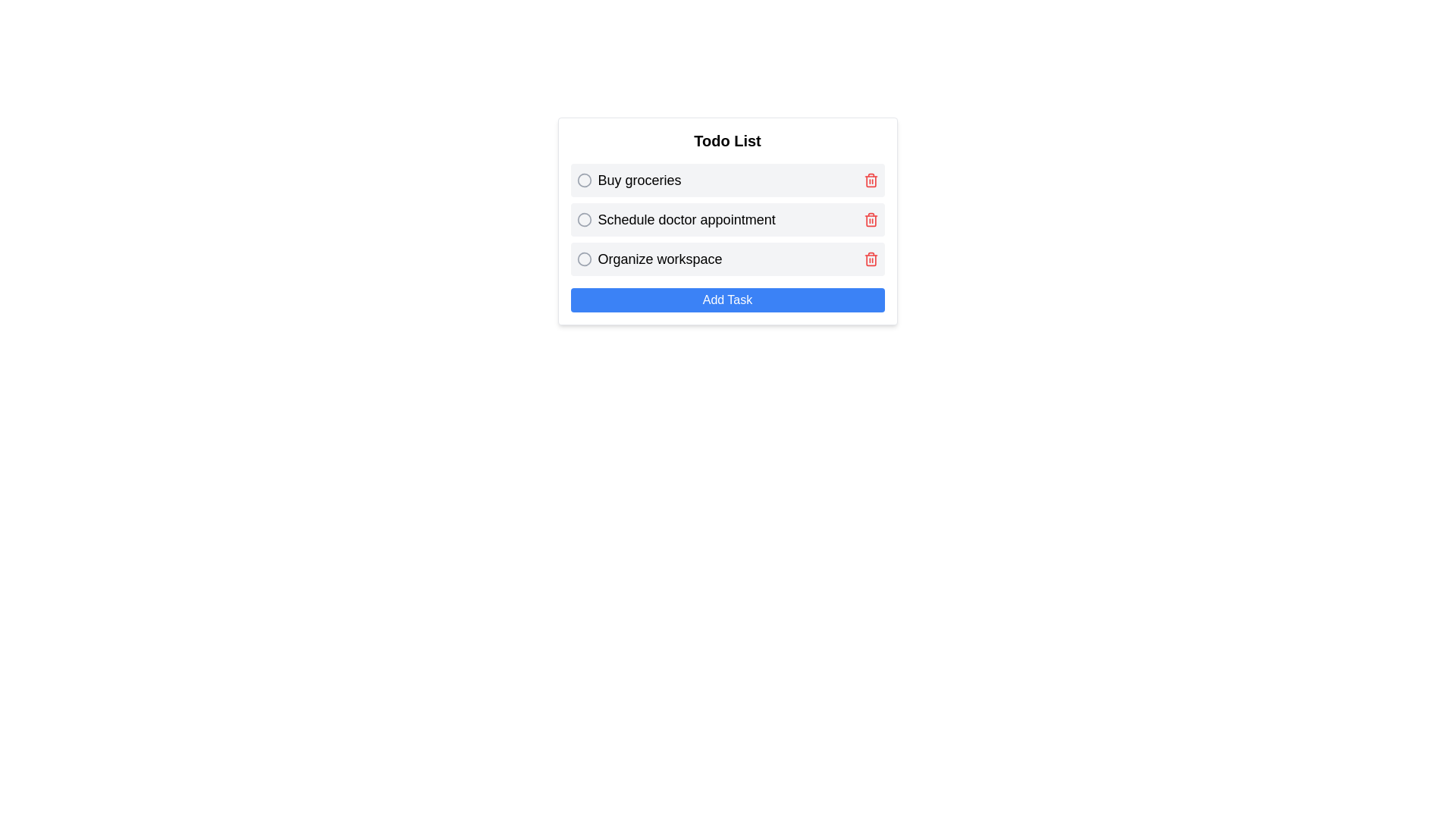  I want to click on the 'Add Task' button, which is the only interactive button located at the bottom of the 'Todo List' card, featuring white text on a blue rectangle, so click(726, 300).